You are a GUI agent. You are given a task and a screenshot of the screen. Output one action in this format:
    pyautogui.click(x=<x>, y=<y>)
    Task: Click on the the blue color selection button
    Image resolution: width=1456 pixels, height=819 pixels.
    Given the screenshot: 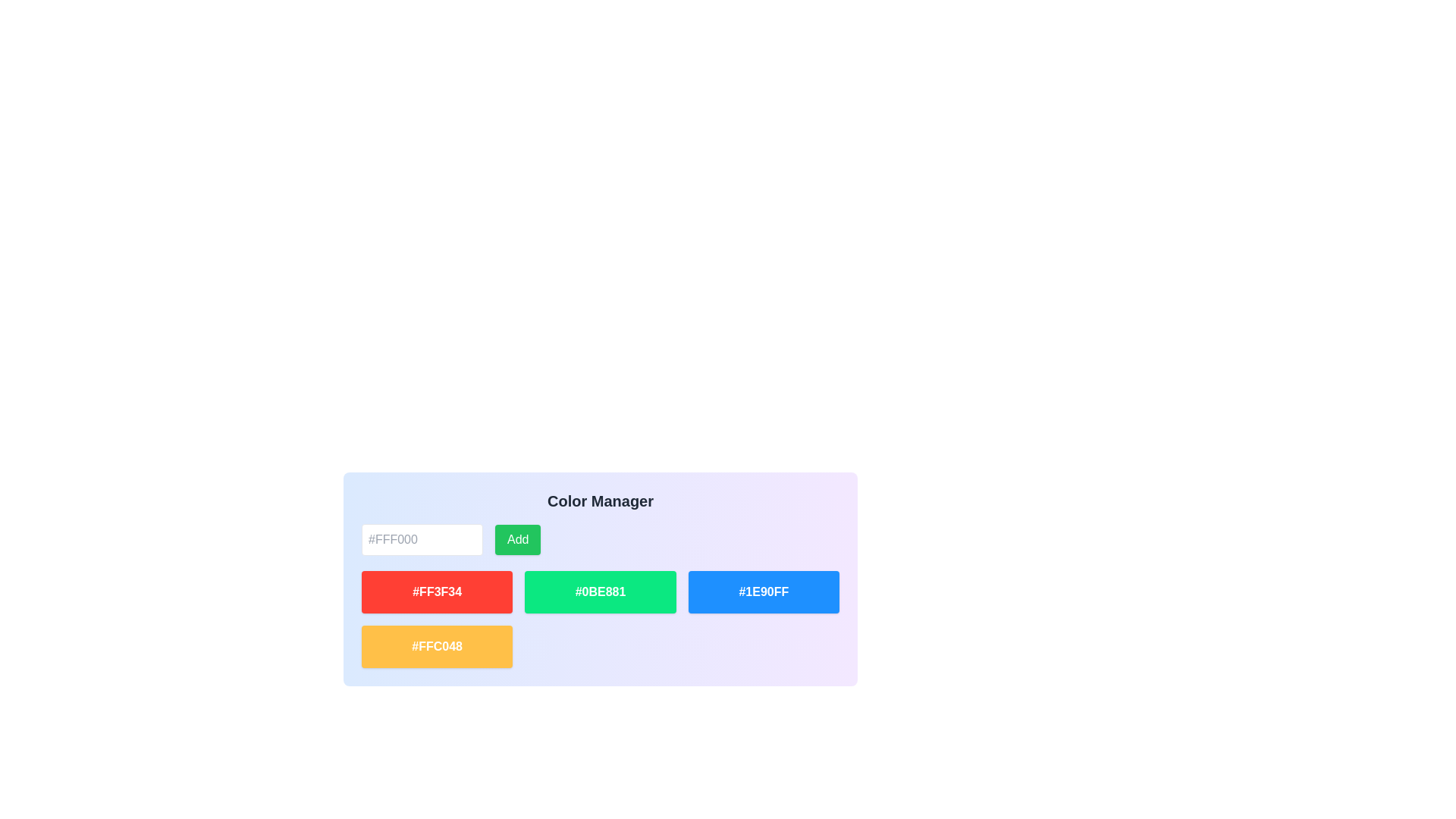 What is the action you would take?
    pyautogui.click(x=764, y=591)
    